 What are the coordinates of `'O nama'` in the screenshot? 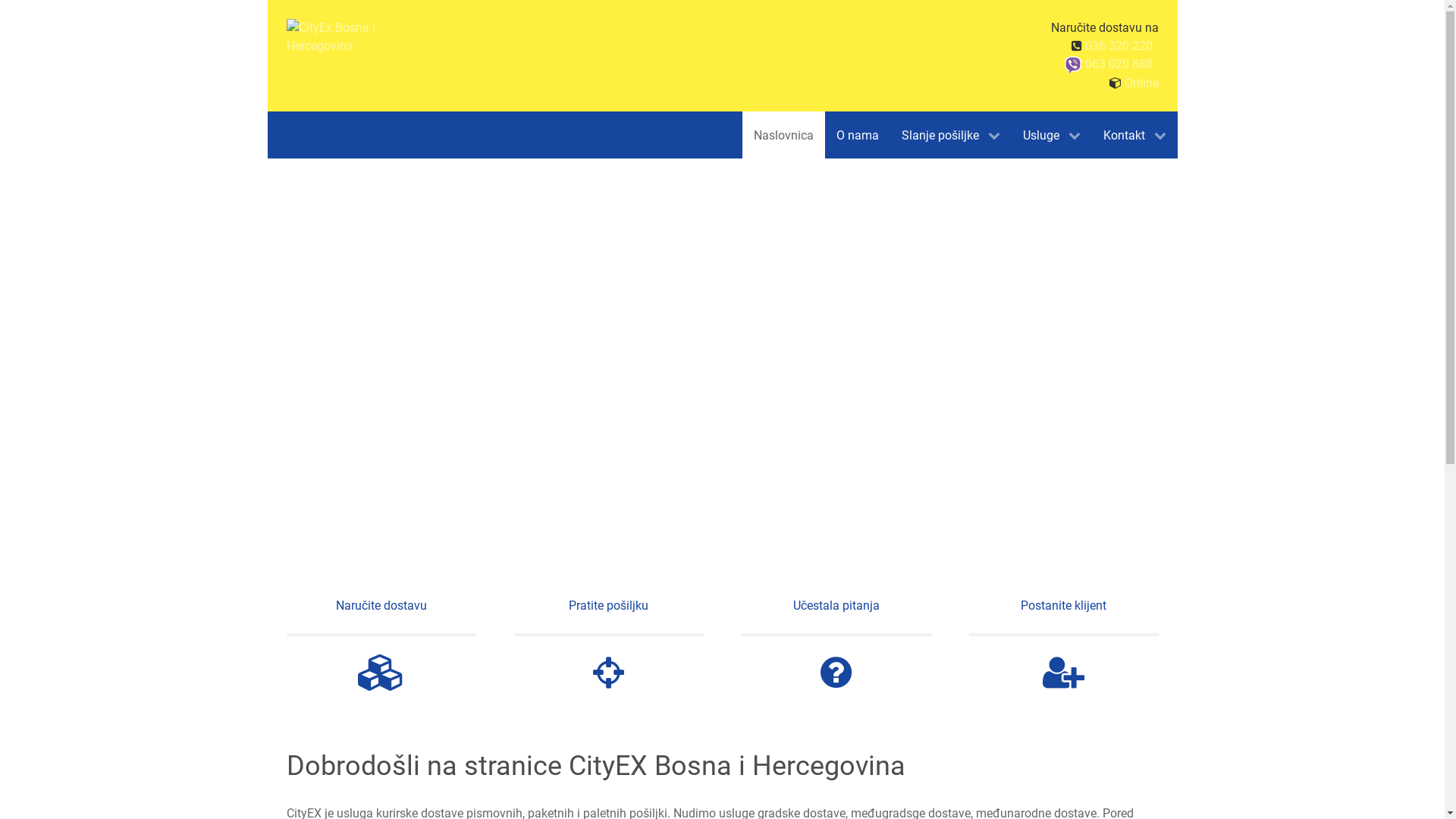 It's located at (858, 133).